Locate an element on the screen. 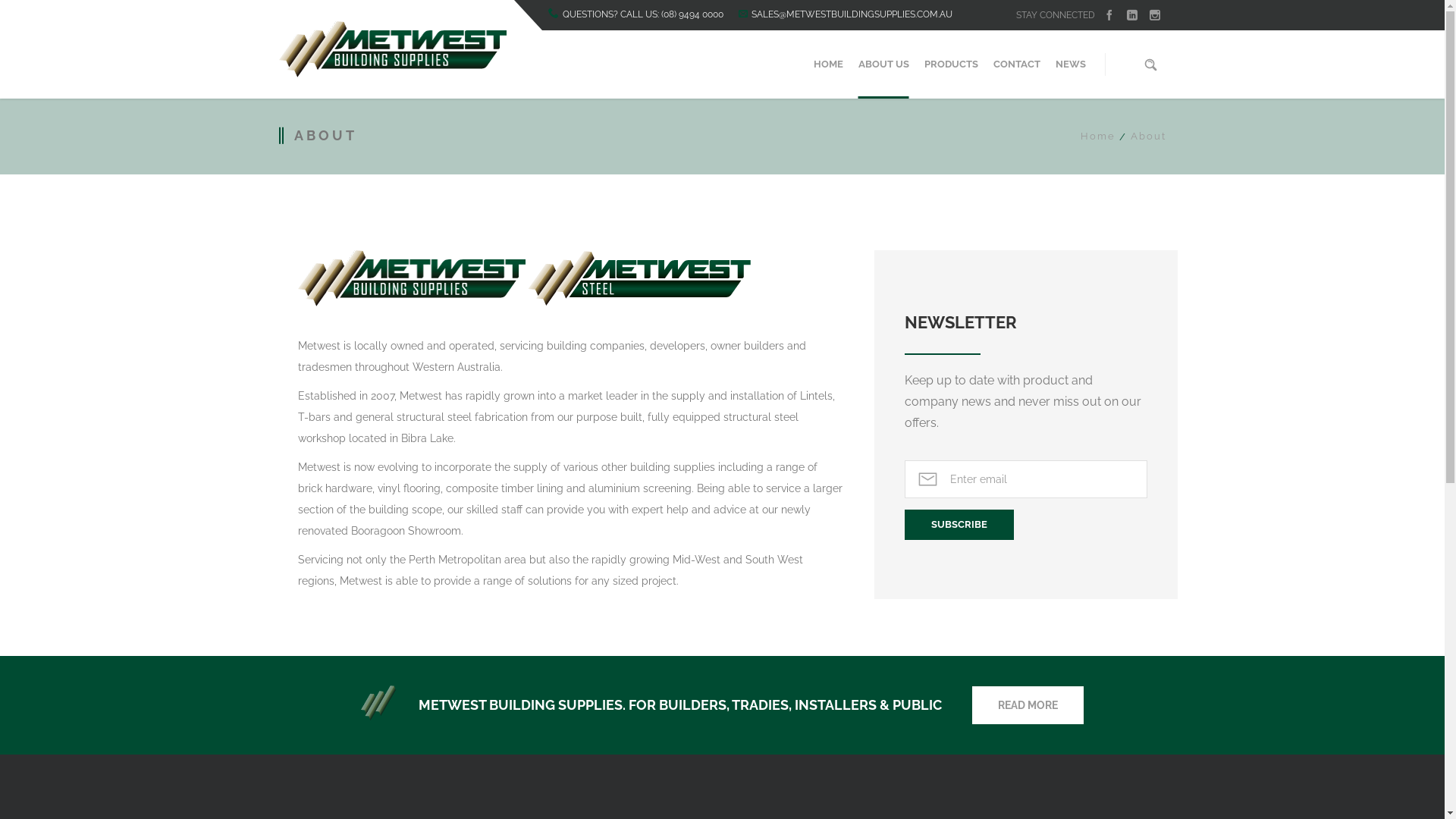 The width and height of the screenshot is (1456, 819). 'READ MORE' is located at coordinates (1028, 704).